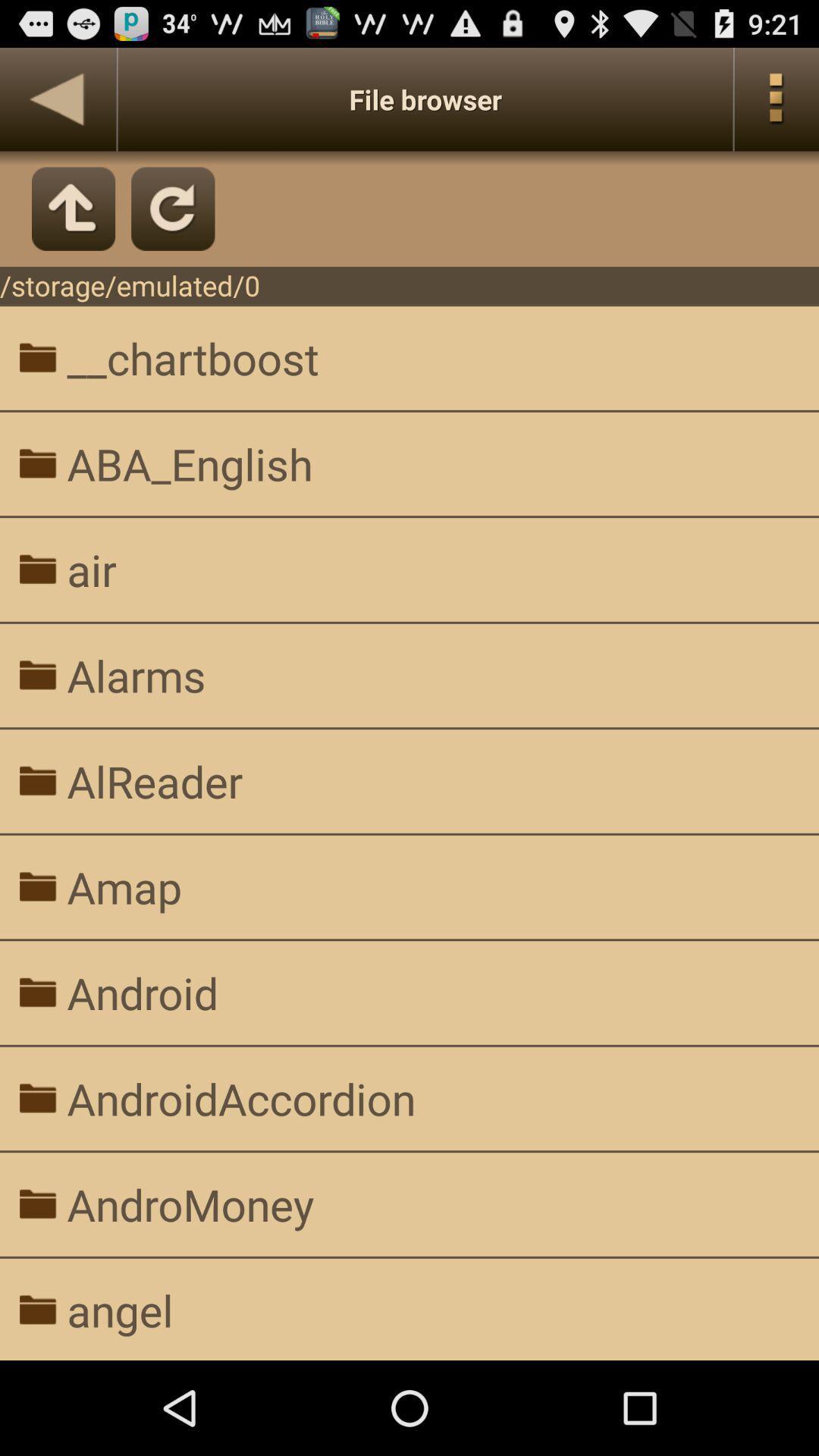  Describe the element at coordinates (57, 99) in the screenshot. I see `go back` at that location.